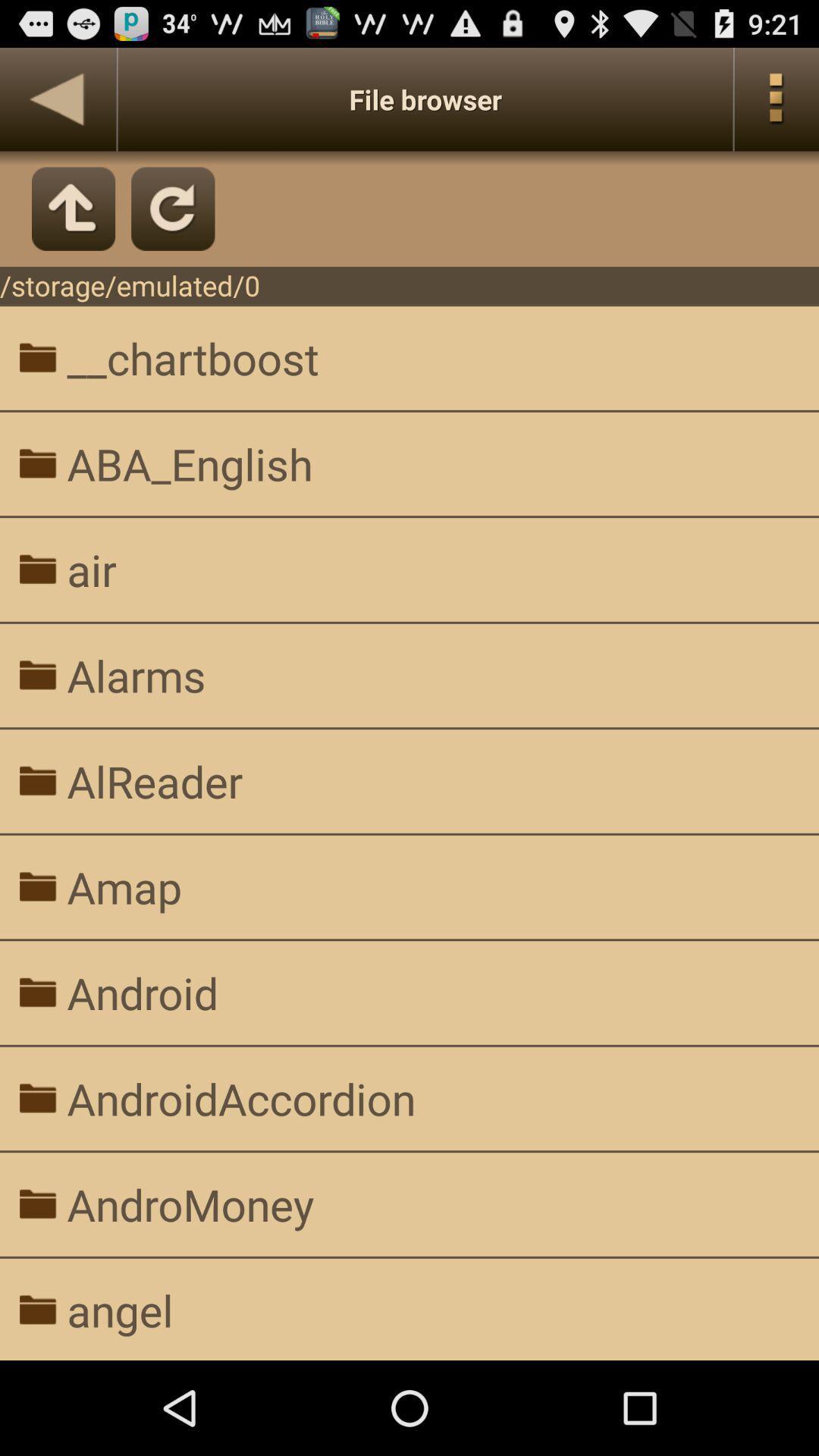  Describe the element at coordinates (57, 99) in the screenshot. I see `go back` at that location.